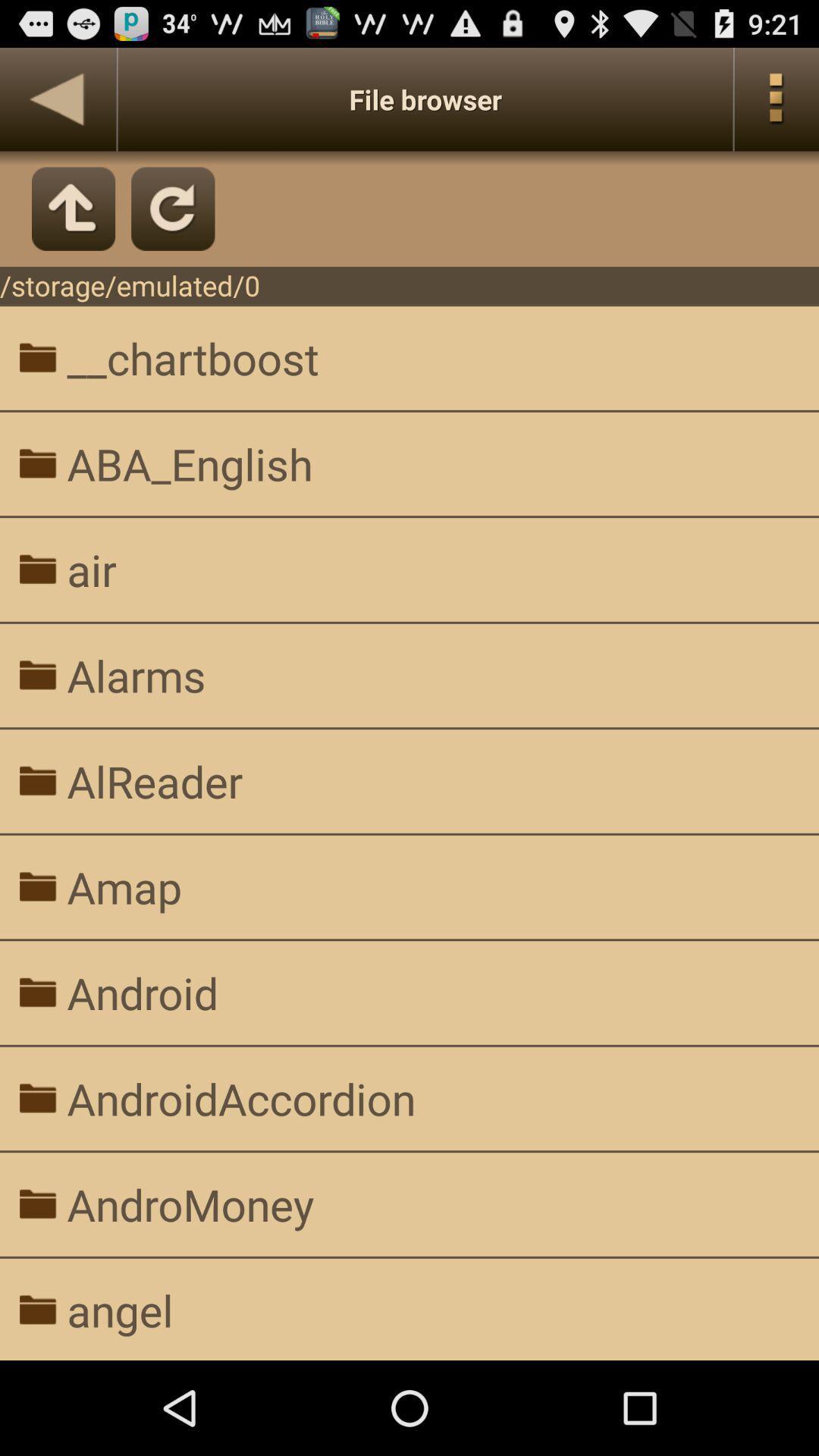  Describe the element at coordinates (57, 99) in the screenshot. I see `go back` at that location.